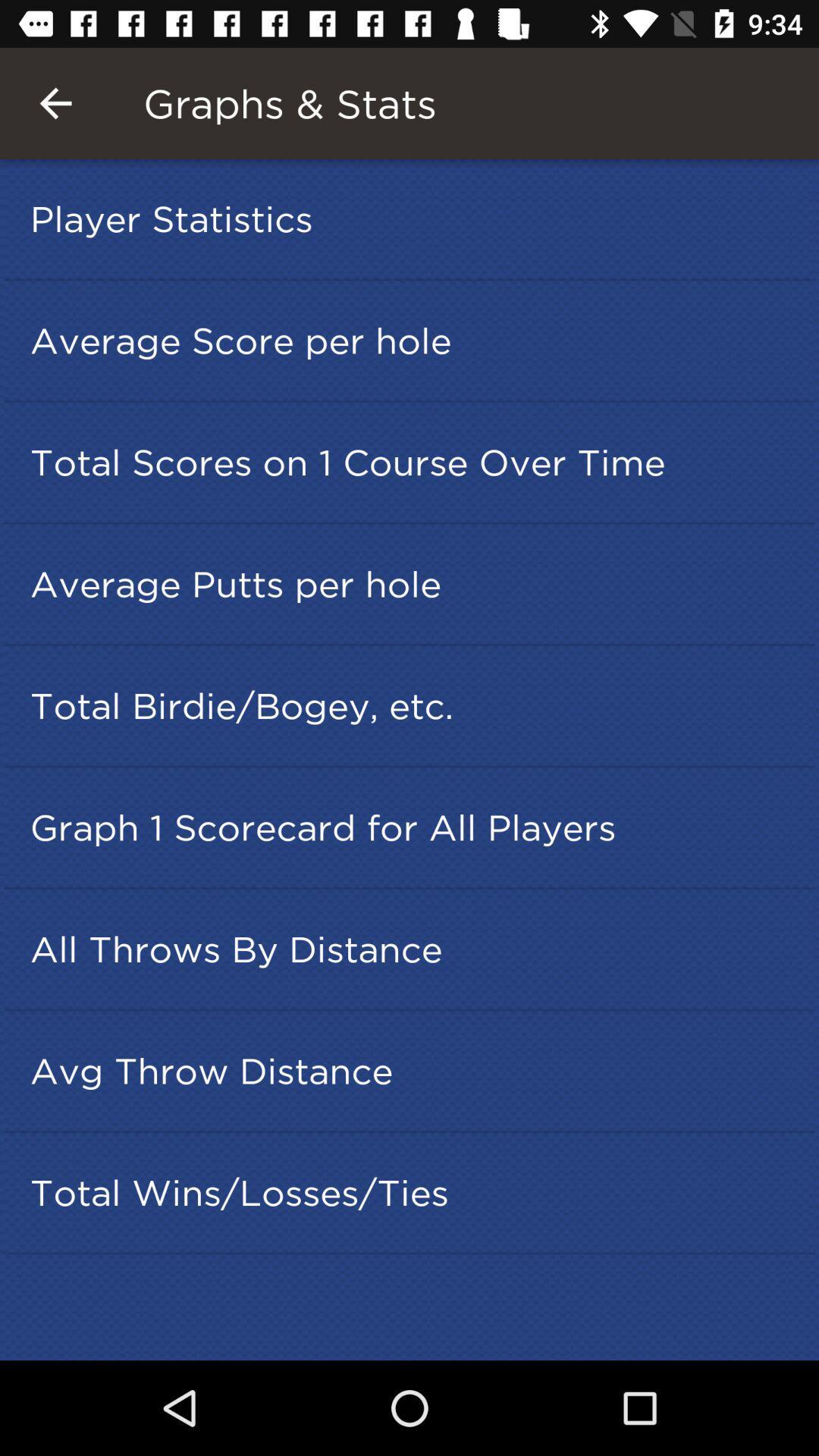  What do you see at coordinates (414, 583) in the screenshot?
I see `the icon above the total birdie bogey` at bounding box center [414, 583].